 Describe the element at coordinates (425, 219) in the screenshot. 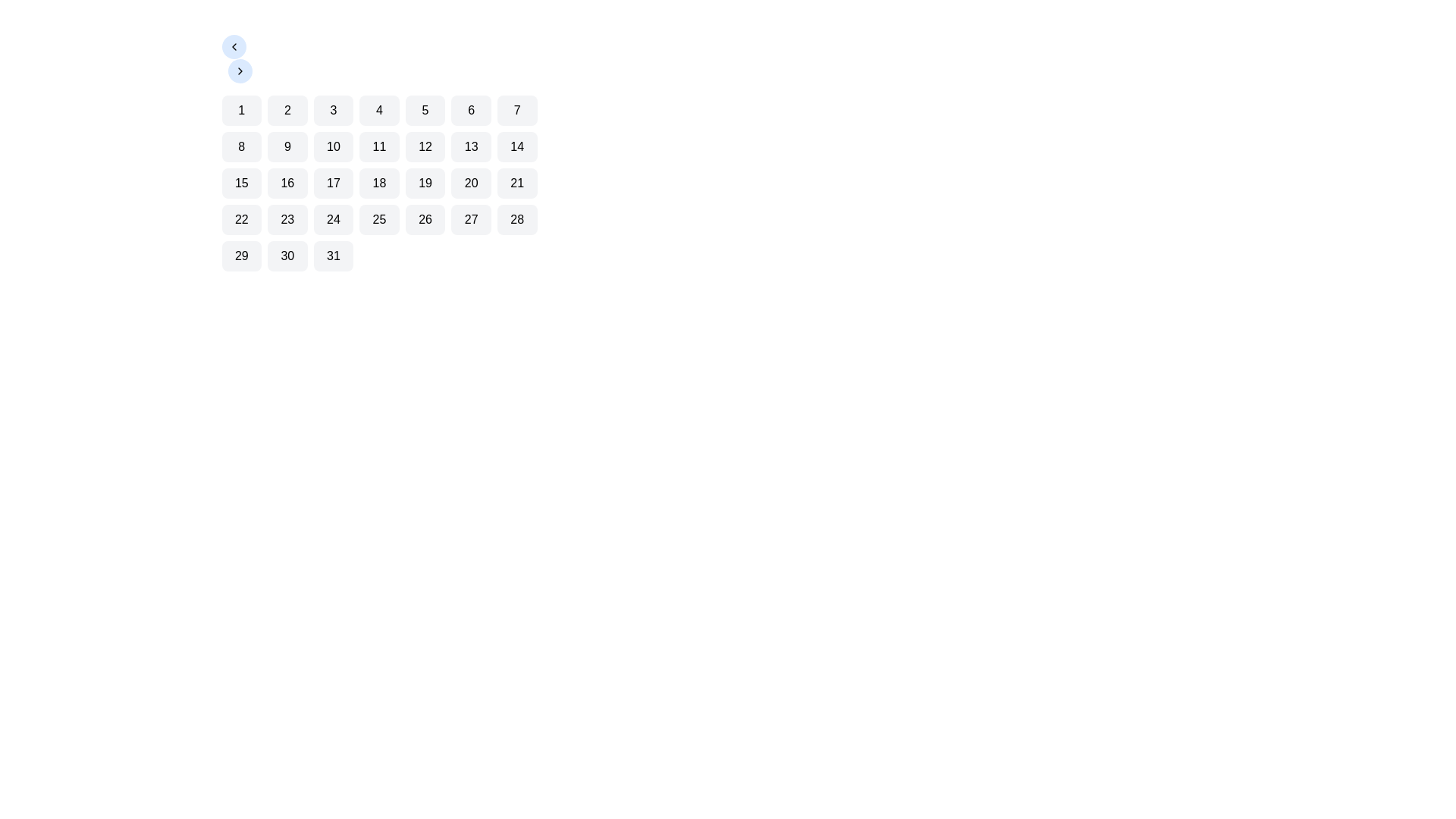

I see `the button labeled '26' which has a rounded square appearance and a light gray background` at that location.